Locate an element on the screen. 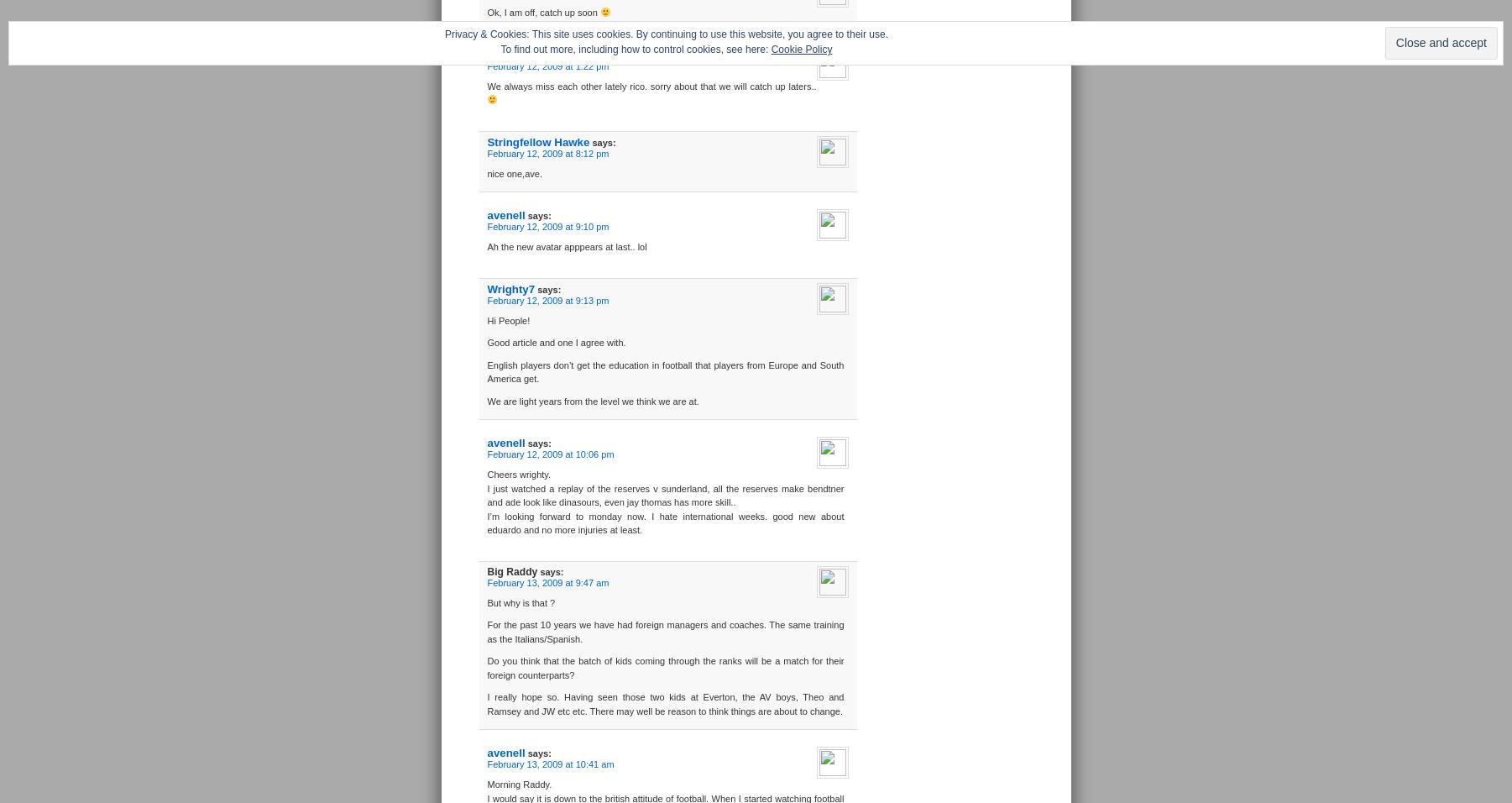 The image size is (1512, 803). 'I’m looking forward to monday now. I hate international weeks. good new about eduardo and no more injuries at least.' is located at coordinates (665, 522).